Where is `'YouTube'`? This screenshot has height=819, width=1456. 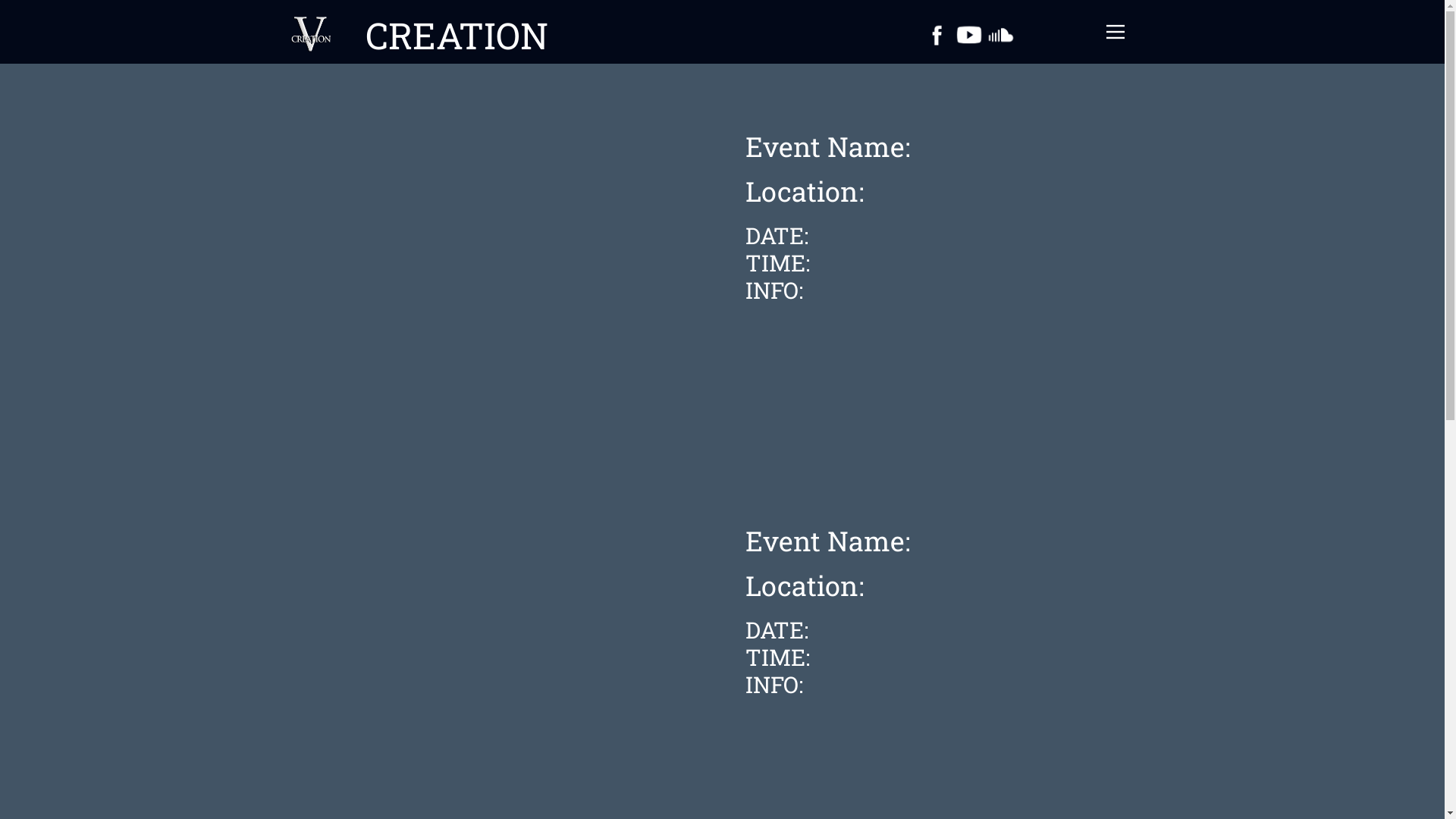
'YouTube' is located at coordinates (968, 34).